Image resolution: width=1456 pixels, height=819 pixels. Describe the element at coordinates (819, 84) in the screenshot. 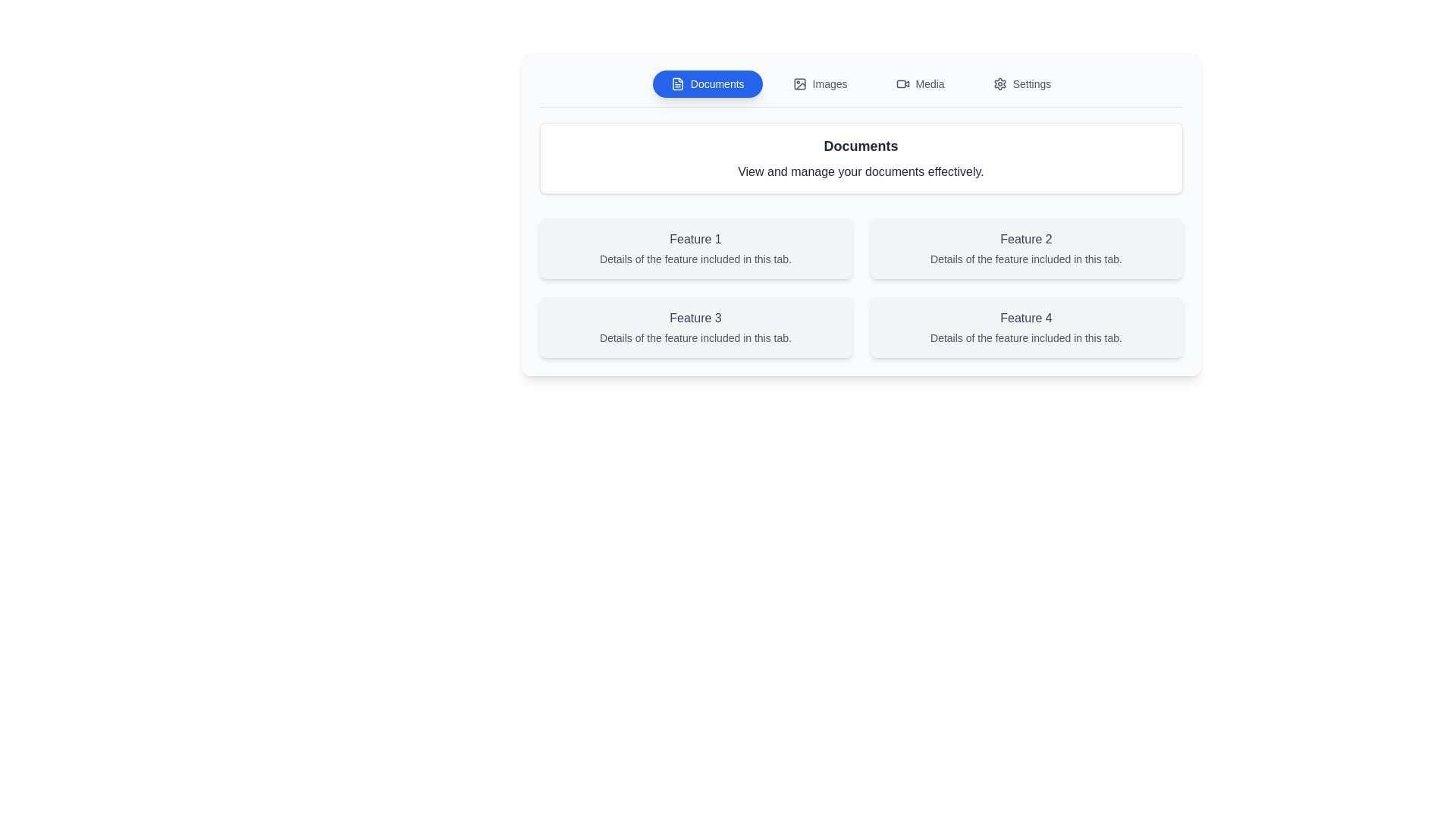

I see `the 'Images' button in the navigation menu for keyboard navigation` at that location.